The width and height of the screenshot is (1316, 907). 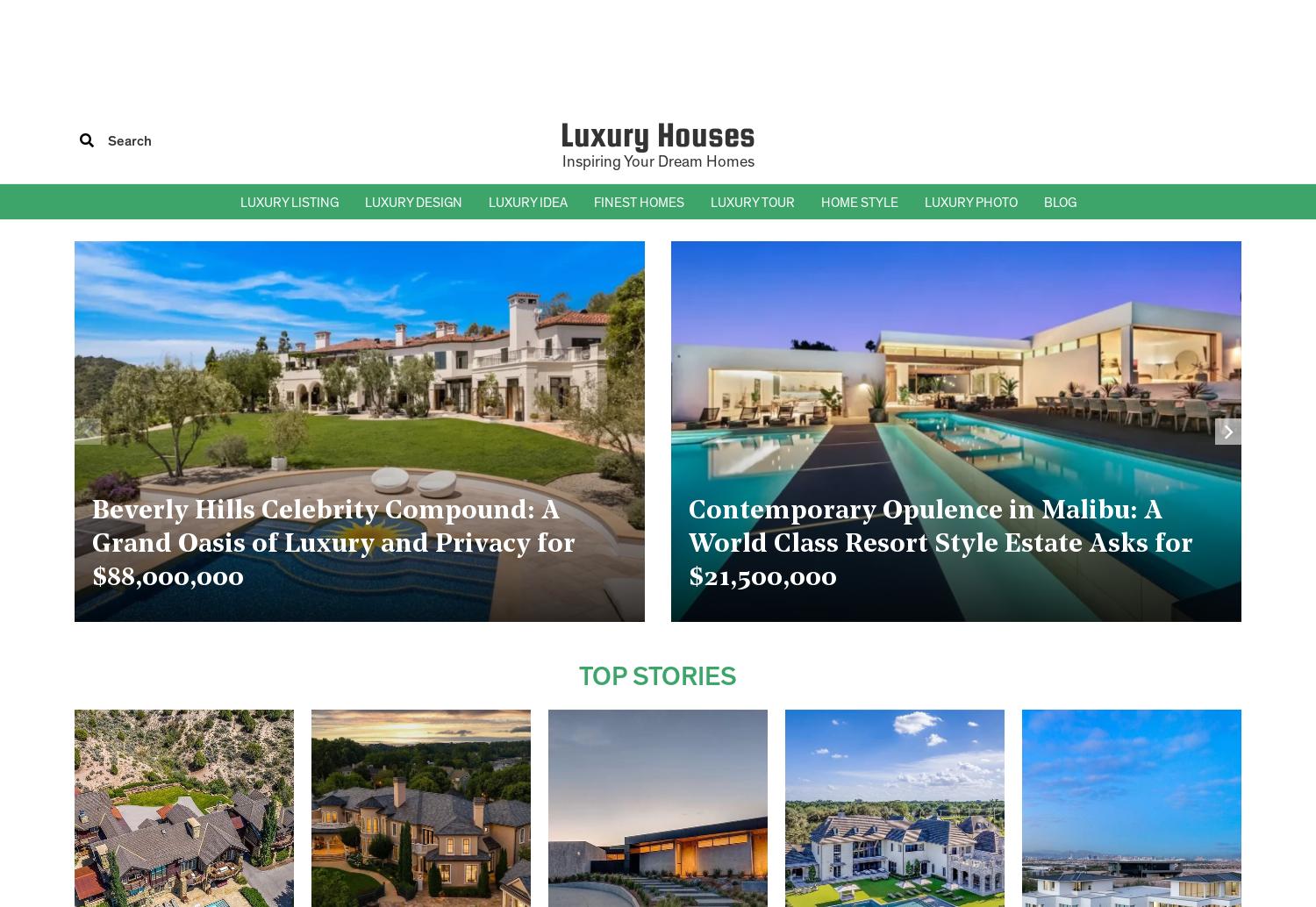 I want to click on '– Bedroom Ideas', so click(x=532, y=282).